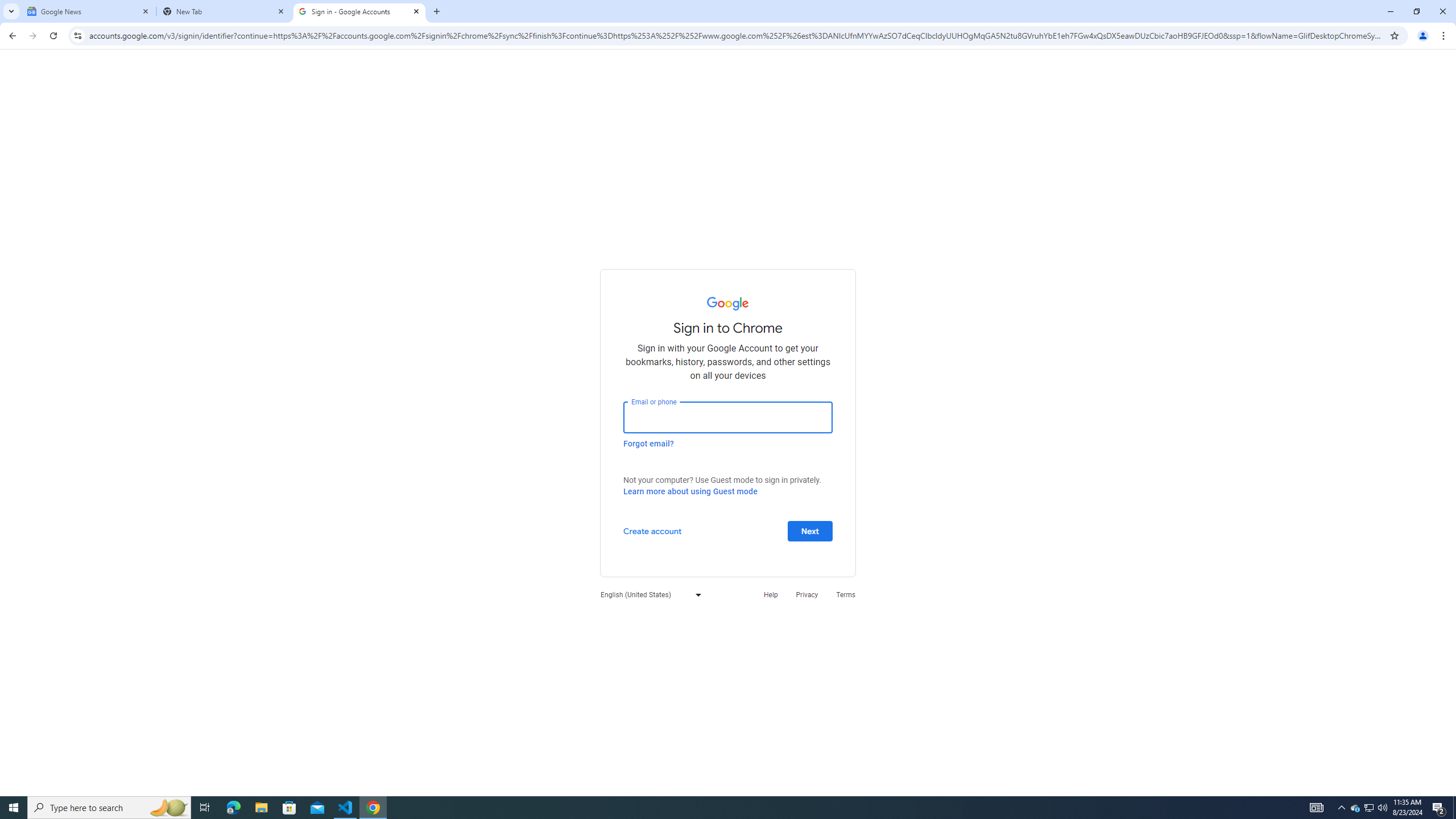  What do you see at coordinates (359, 11) in the screenshot?
I see `'Sign in - Google Accounts'` at bounding box center [359, 11].